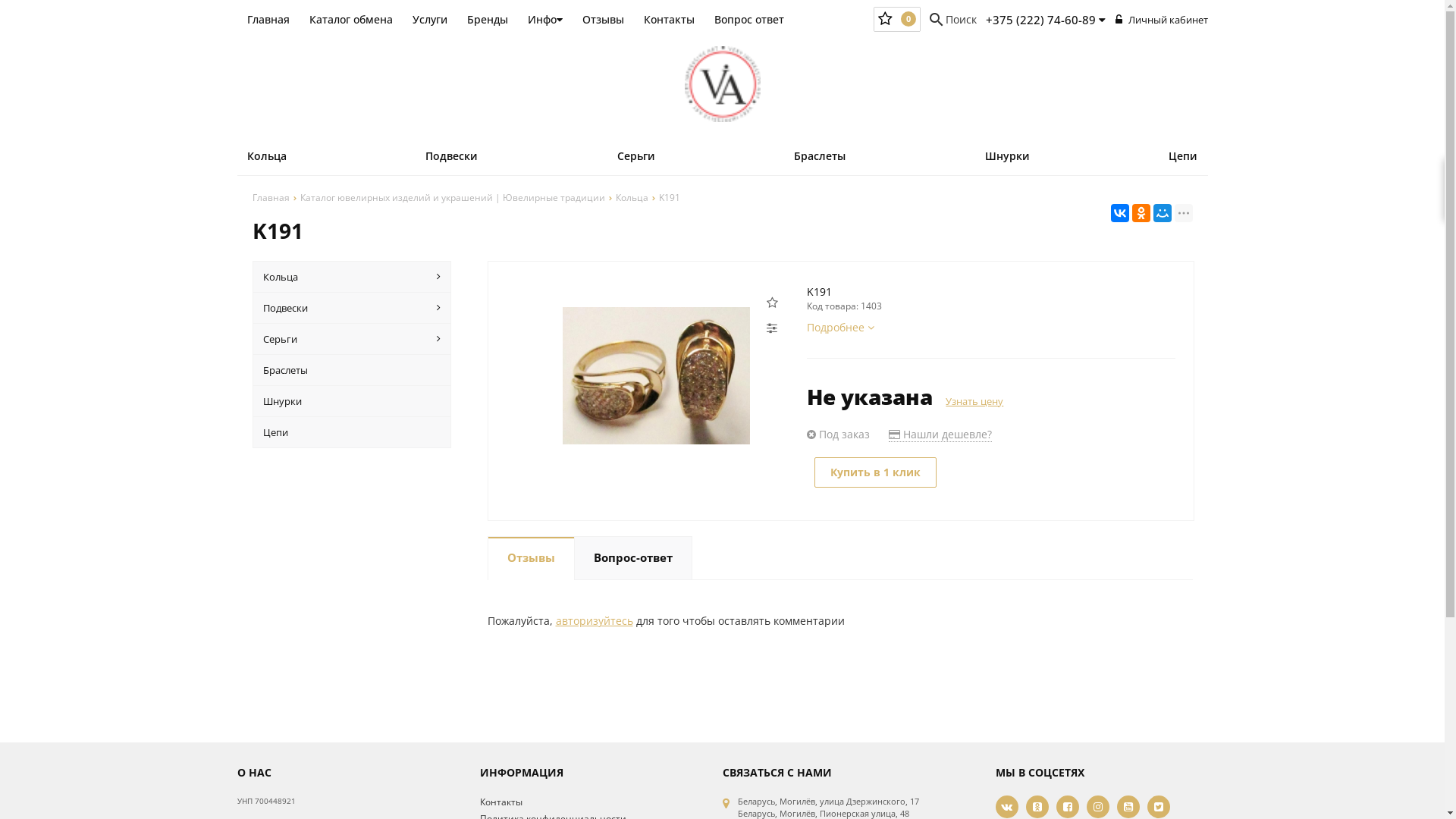 This screenshot has width=1456, height=819. Describe the element at coordinates (1045, 20) in the screenshot. I see `'+375 (222) 74-60-89'` at that location.